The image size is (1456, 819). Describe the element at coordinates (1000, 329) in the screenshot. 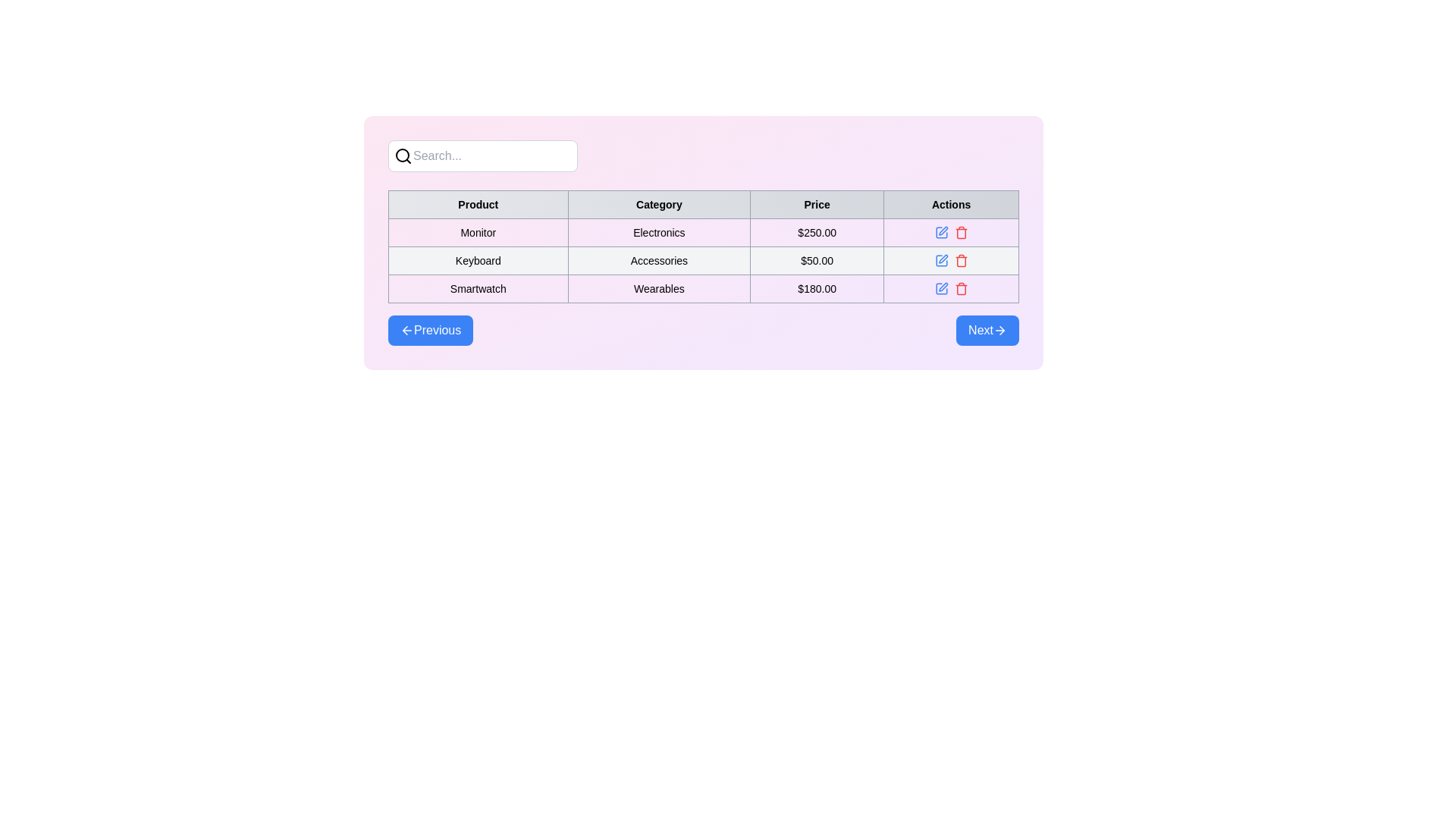

I see `the minimalist rightward arrow icon located within the 'Next' button at the bottom right corner of the UI layout` at that location.